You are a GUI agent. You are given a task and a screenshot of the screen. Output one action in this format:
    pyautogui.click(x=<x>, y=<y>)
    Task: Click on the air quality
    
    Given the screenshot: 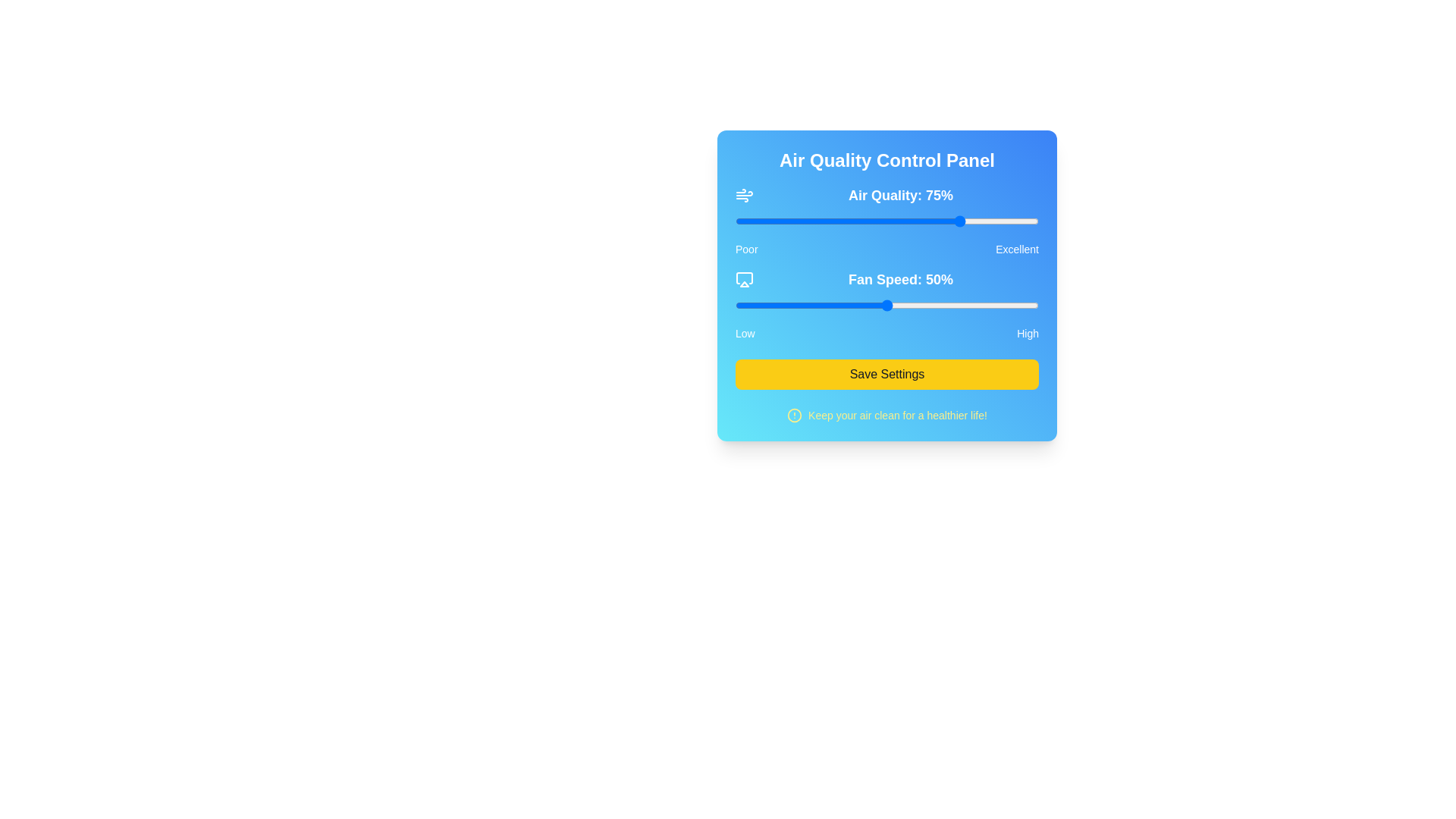 What is the action you would take?
    pyautogui.click(x=952, y=221)
    